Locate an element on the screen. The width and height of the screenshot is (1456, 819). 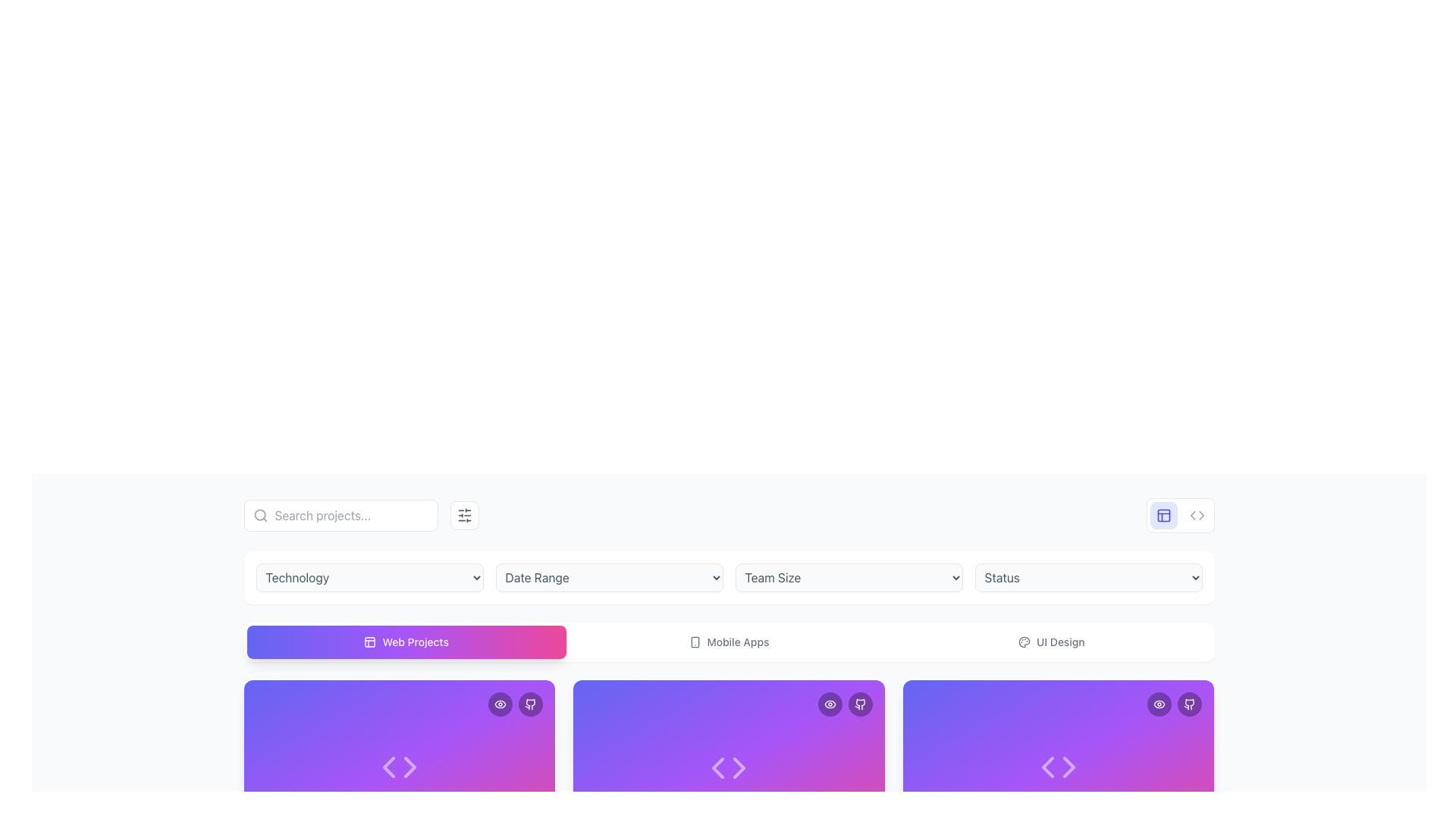
the 'Mobile Apps' button, which is a rectangular button with rounded corners and an icon of a smartphone is located at coordinates (729, 642).